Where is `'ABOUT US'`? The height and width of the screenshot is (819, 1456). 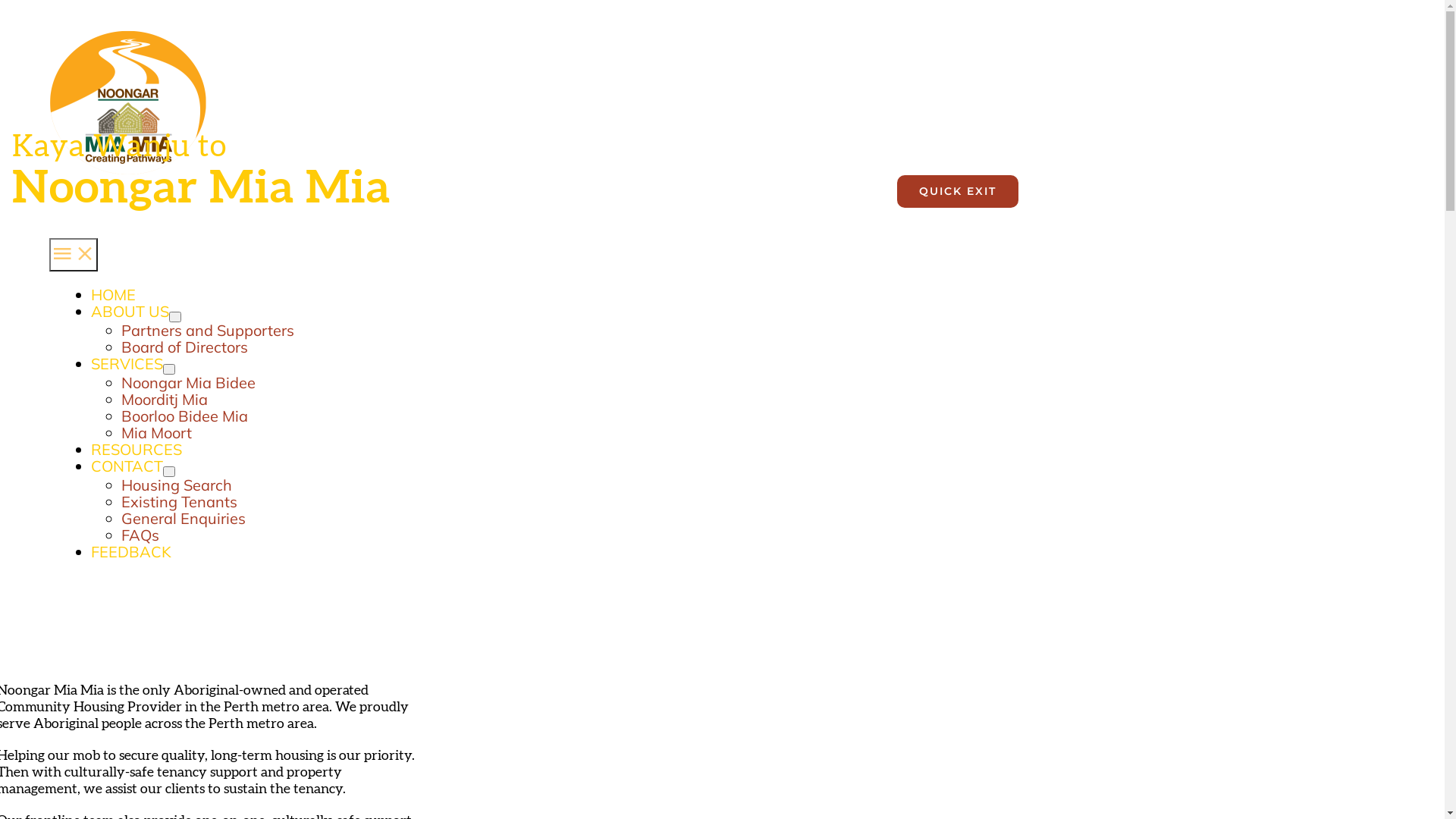
'ABOUT US' is located at coordinates (130, 310).